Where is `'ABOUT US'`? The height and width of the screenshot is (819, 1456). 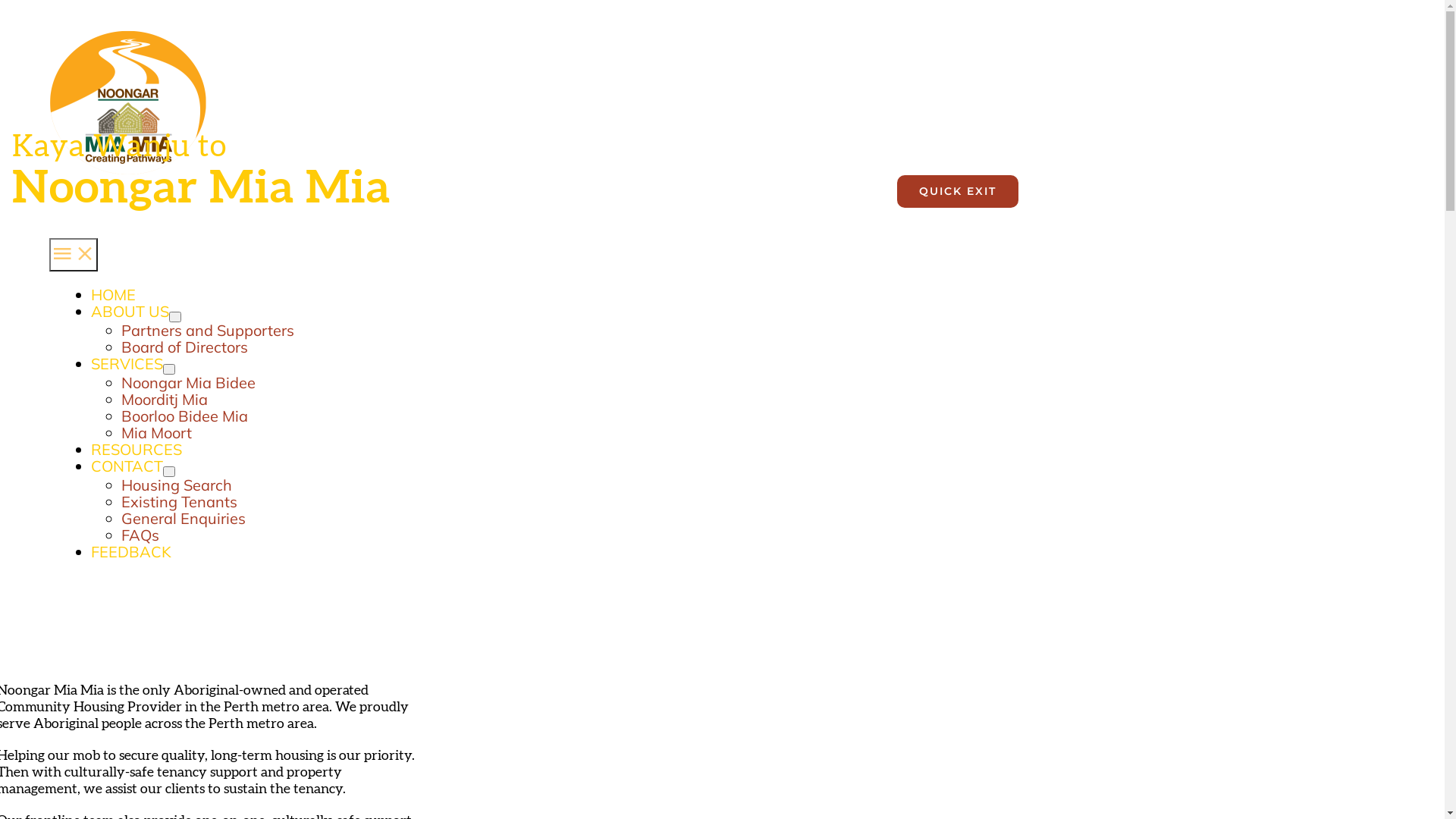
'ABOUT US' is located at coordinates (130, 310).